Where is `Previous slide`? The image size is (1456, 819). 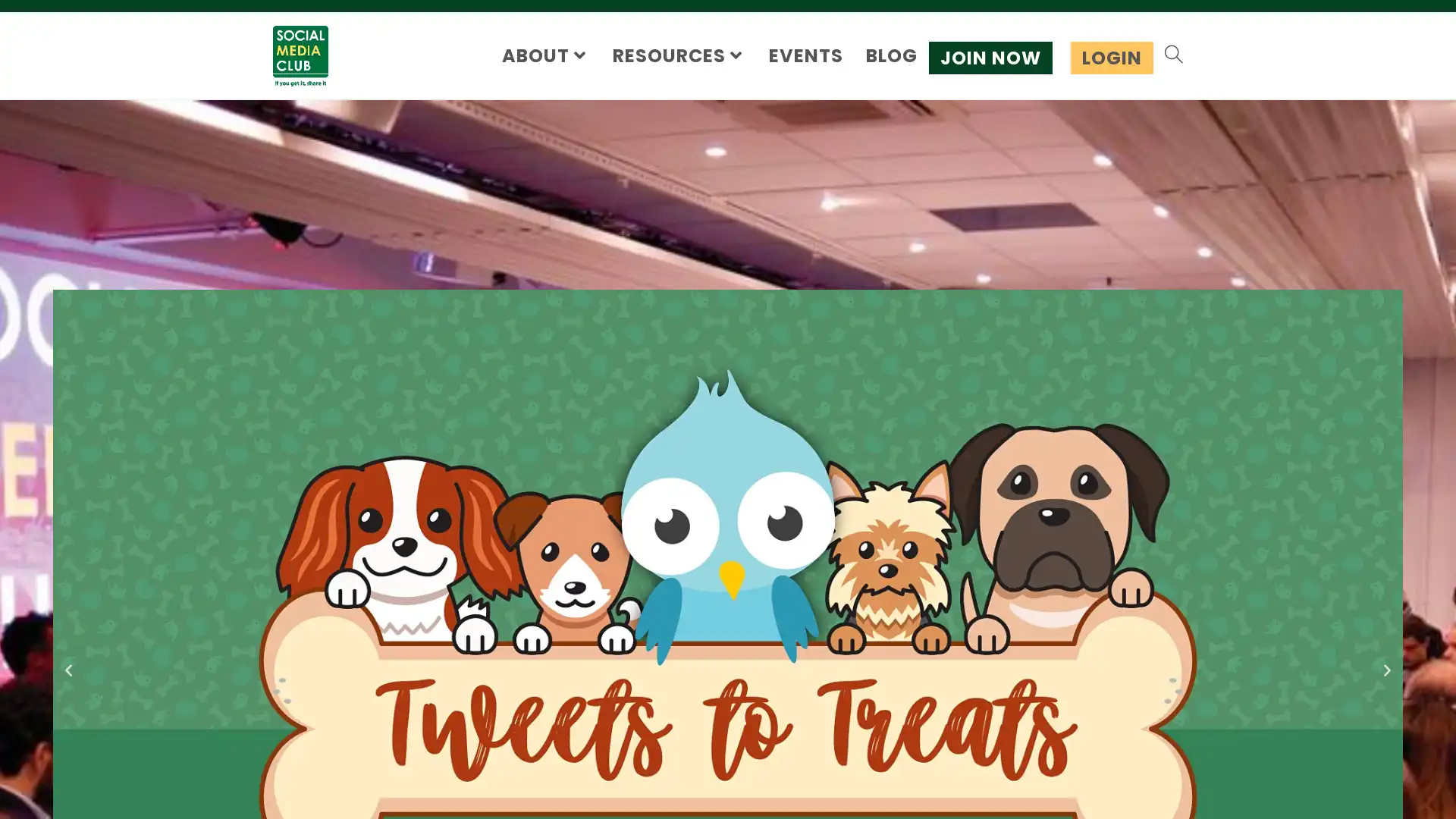
Previous slide is located at coordinates (67, 668).